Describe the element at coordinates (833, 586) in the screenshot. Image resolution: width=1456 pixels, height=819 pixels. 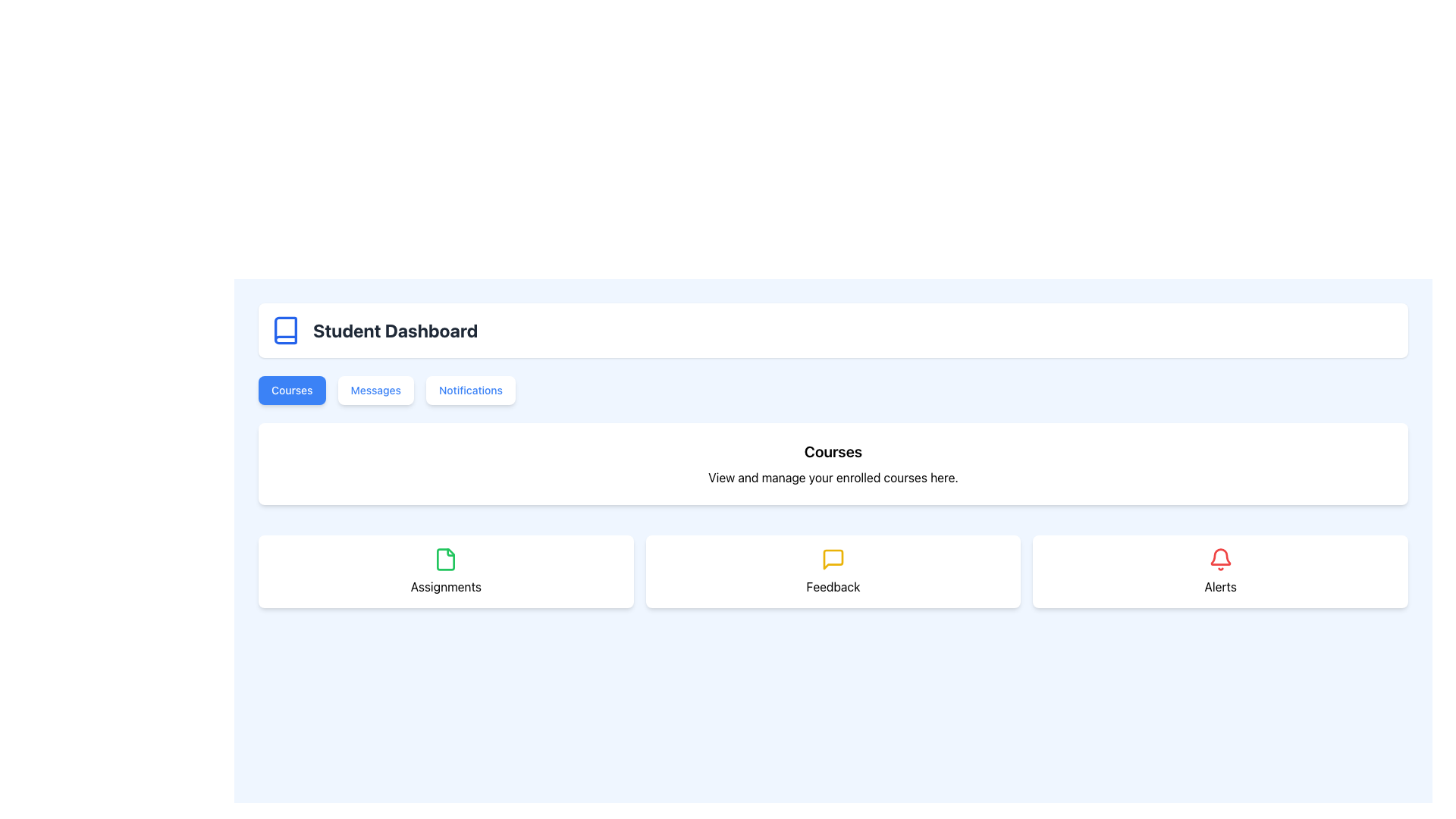
I see `the 'Feedback' text label, which is styled in a standard sans-serif font and positioned below a yellow message icon` at that location.